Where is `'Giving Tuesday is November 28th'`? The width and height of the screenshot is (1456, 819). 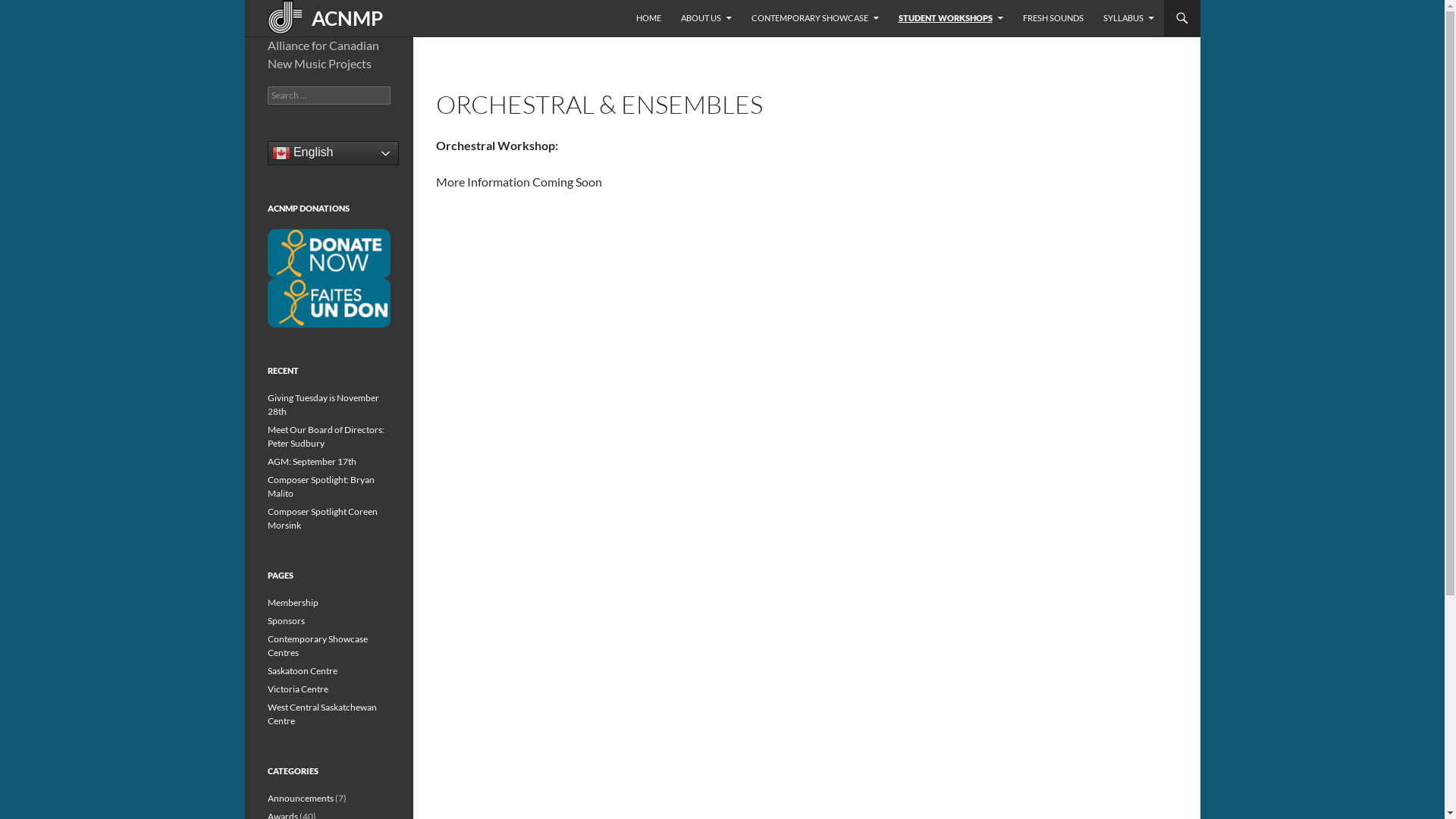 'Giving Tuesday is November 28th' is located at coordinates (322, 403).